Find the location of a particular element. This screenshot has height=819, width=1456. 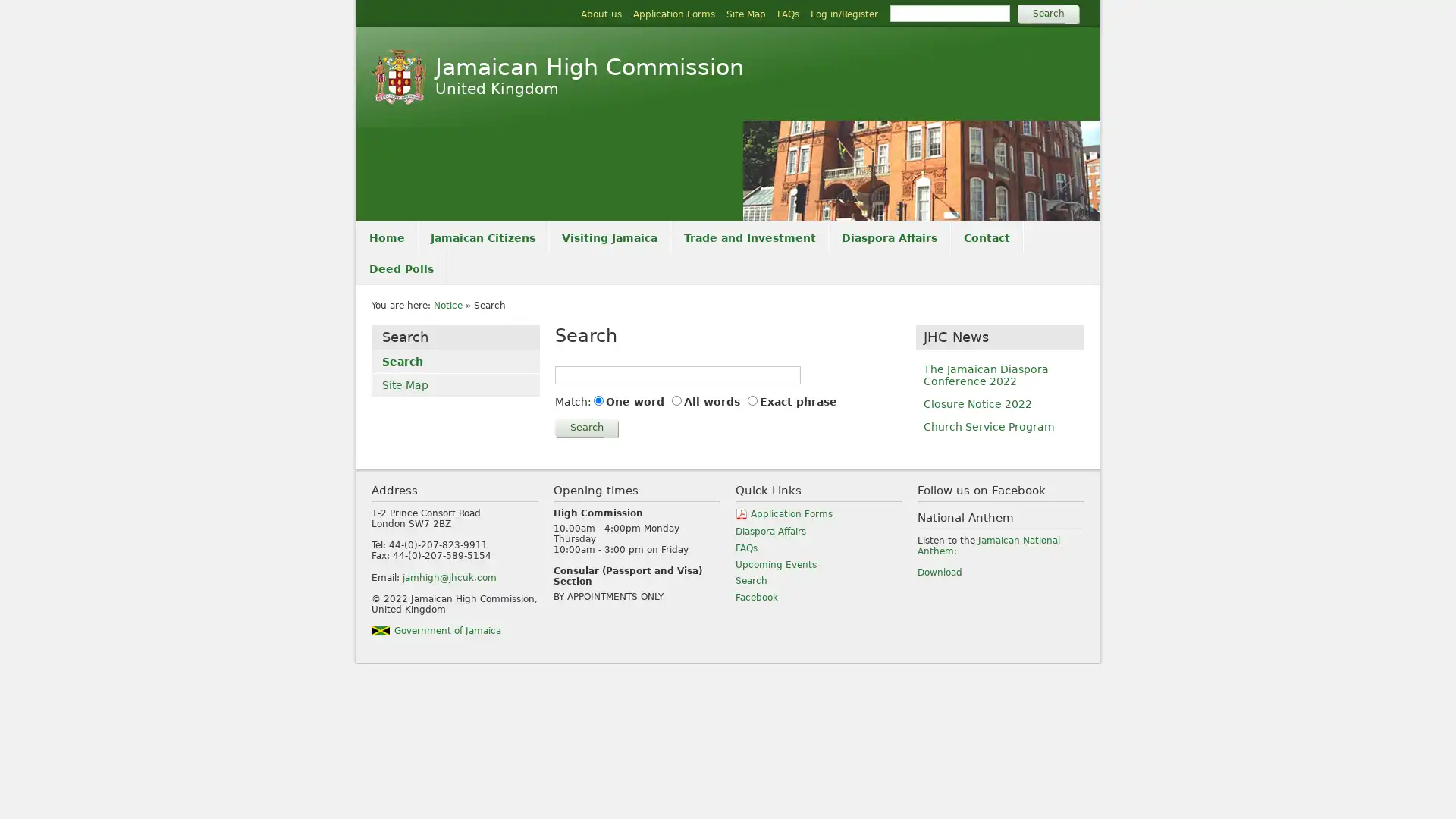

Search is located at coordinates (1047, 14).